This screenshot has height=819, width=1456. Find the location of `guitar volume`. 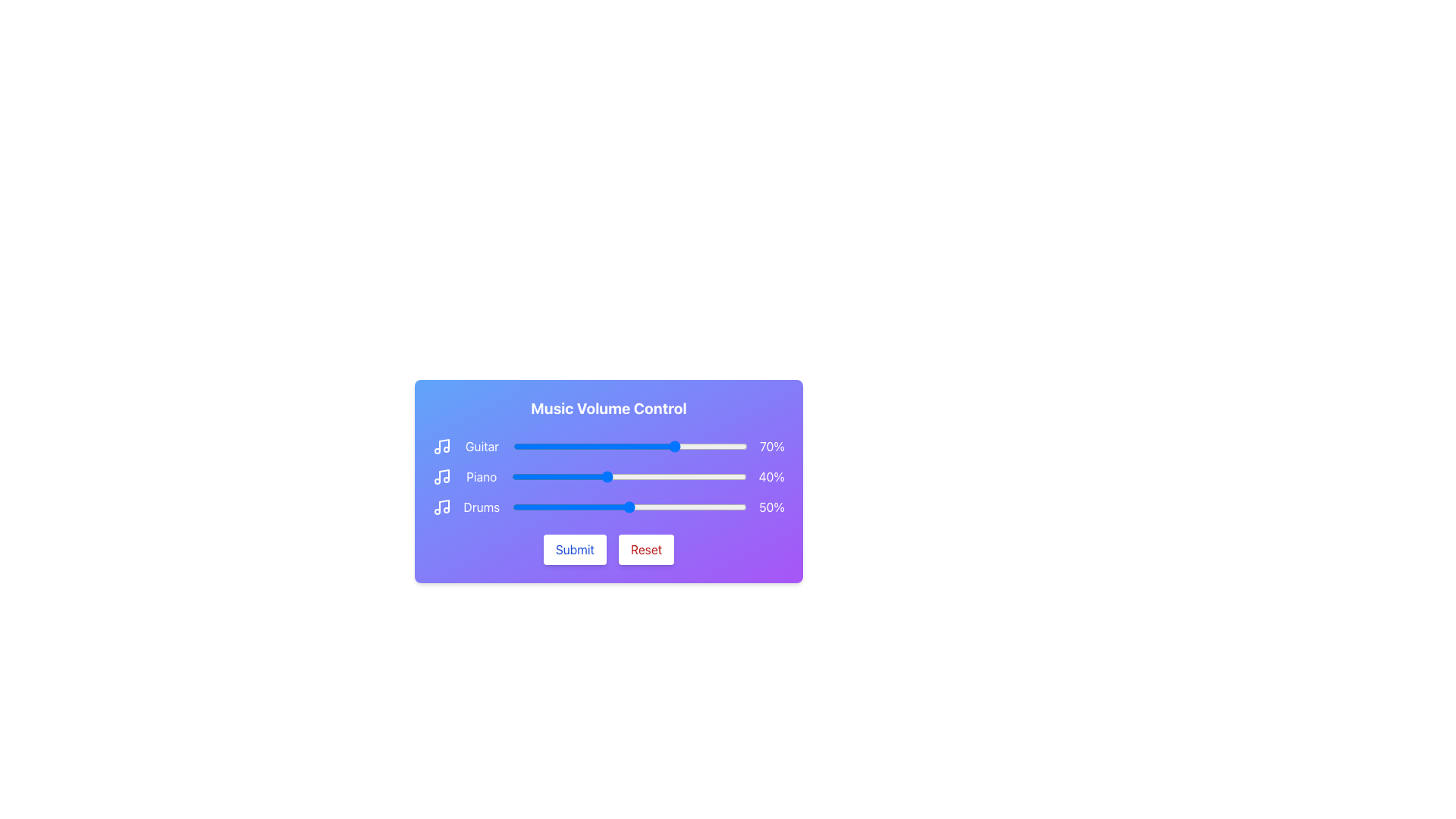

guitar volume is located at coordinates (651, 446).